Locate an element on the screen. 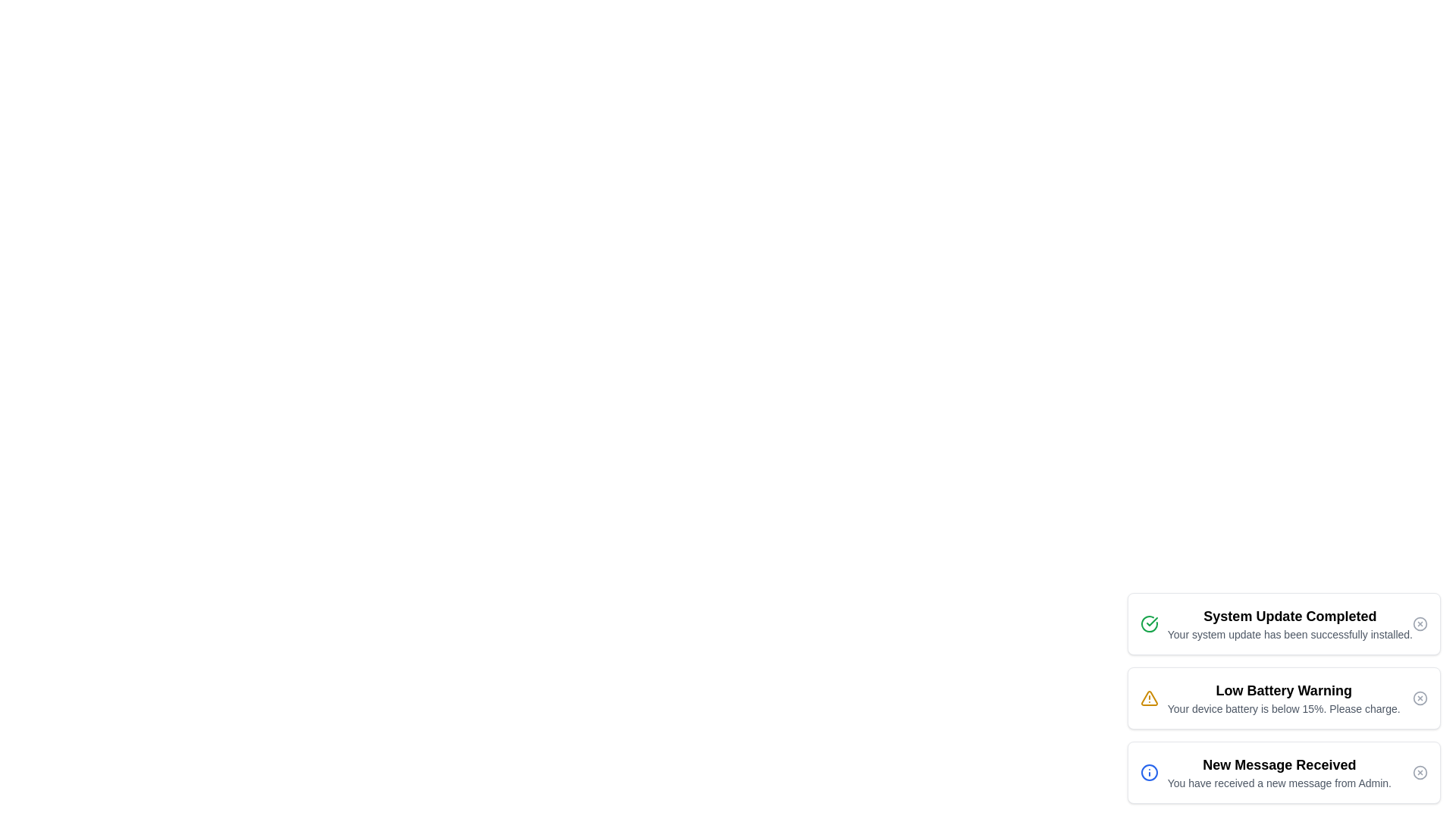 This screenshot has height=819, width=1456. the text element displaying 'System Update Completed', which is bold and emphasized, located at the top of the notifications list on the right side of the interface is located at coordinates (1289, 617).